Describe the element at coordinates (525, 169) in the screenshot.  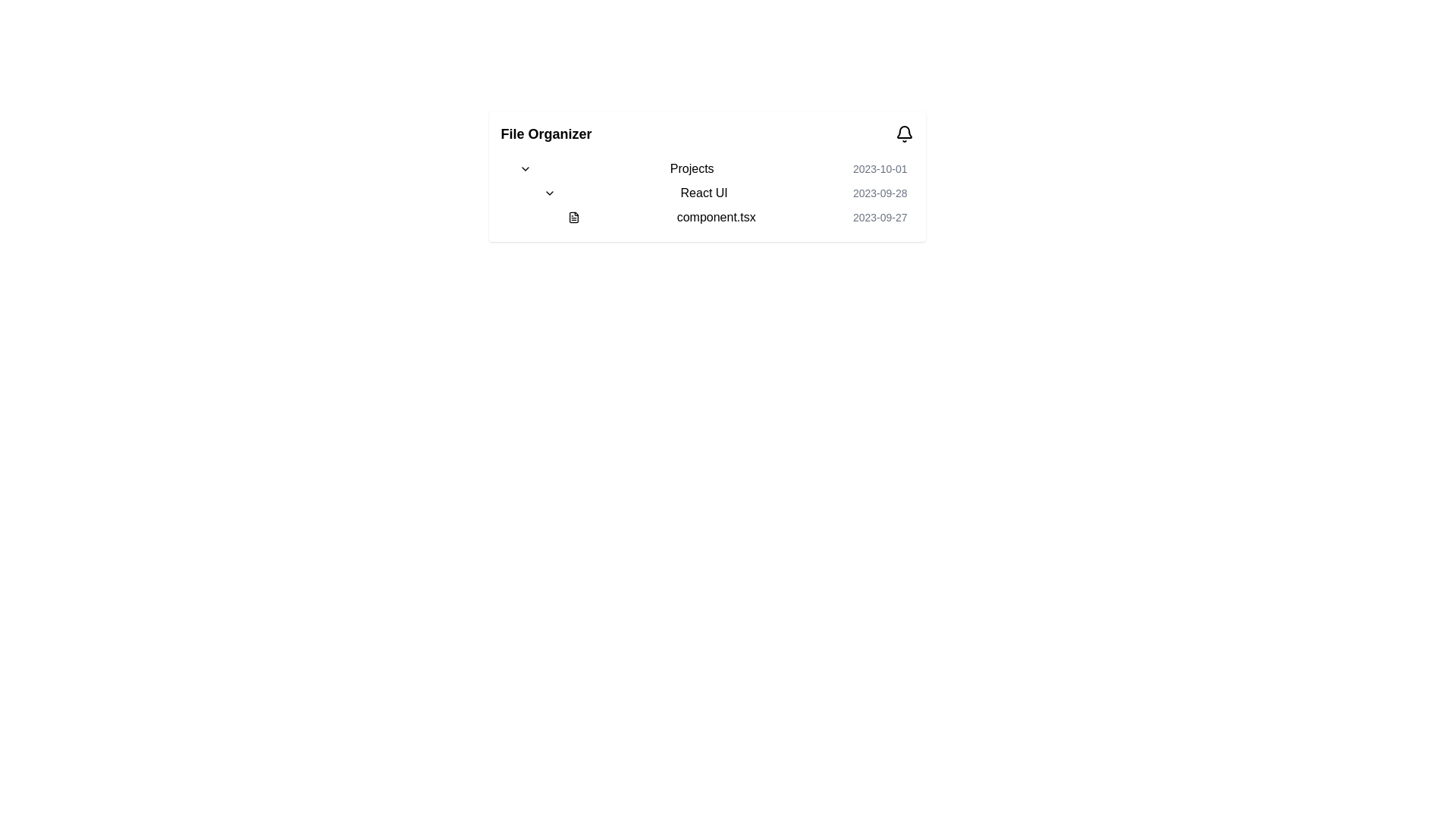
I see `the downward-pointing chevron icon located to the left of the 'Projects' label in the 'File Organizer' section to possibly reveal additional information` at that location.